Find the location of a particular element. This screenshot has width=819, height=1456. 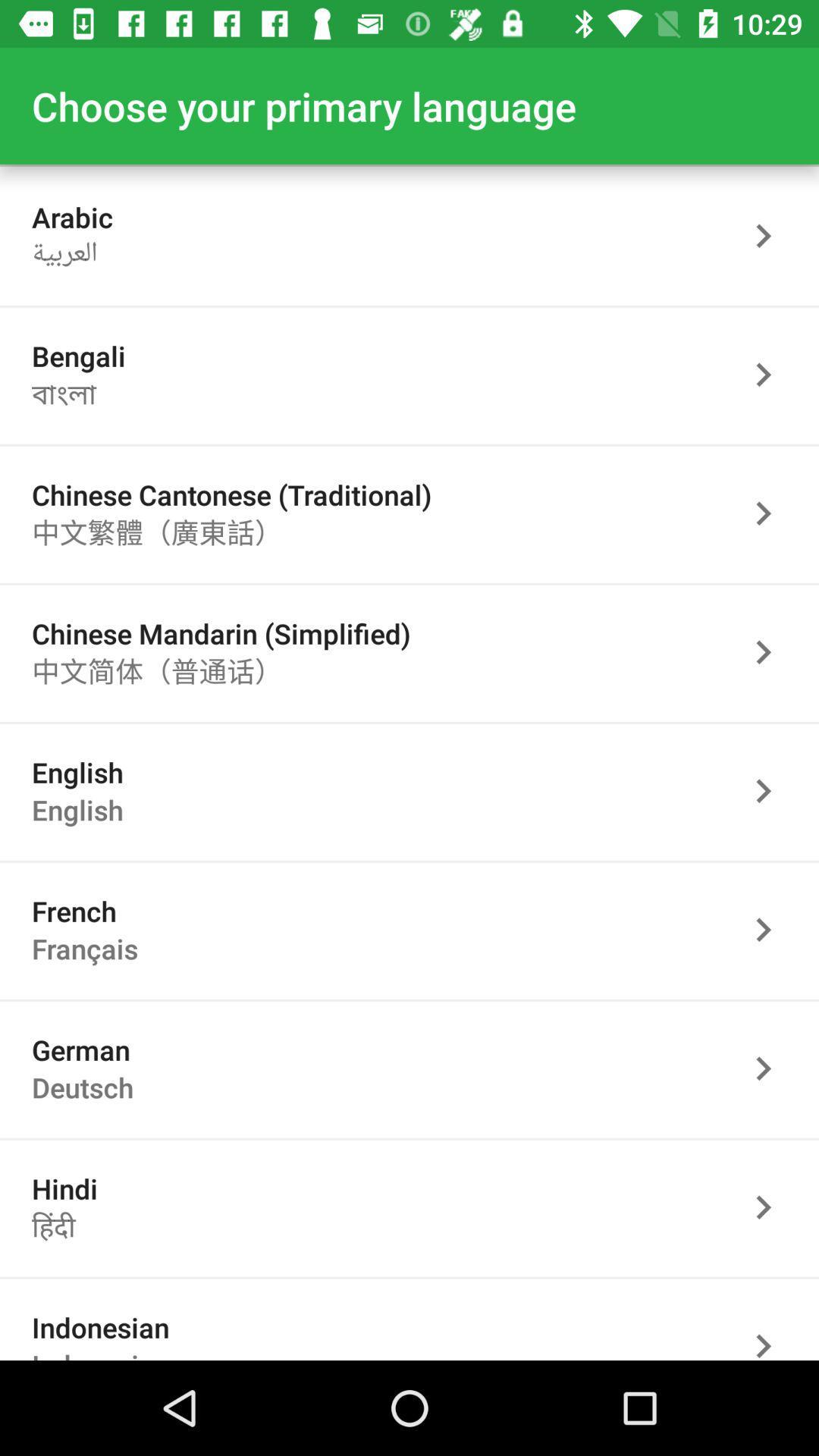

go back is located at coordinates (771, 652).